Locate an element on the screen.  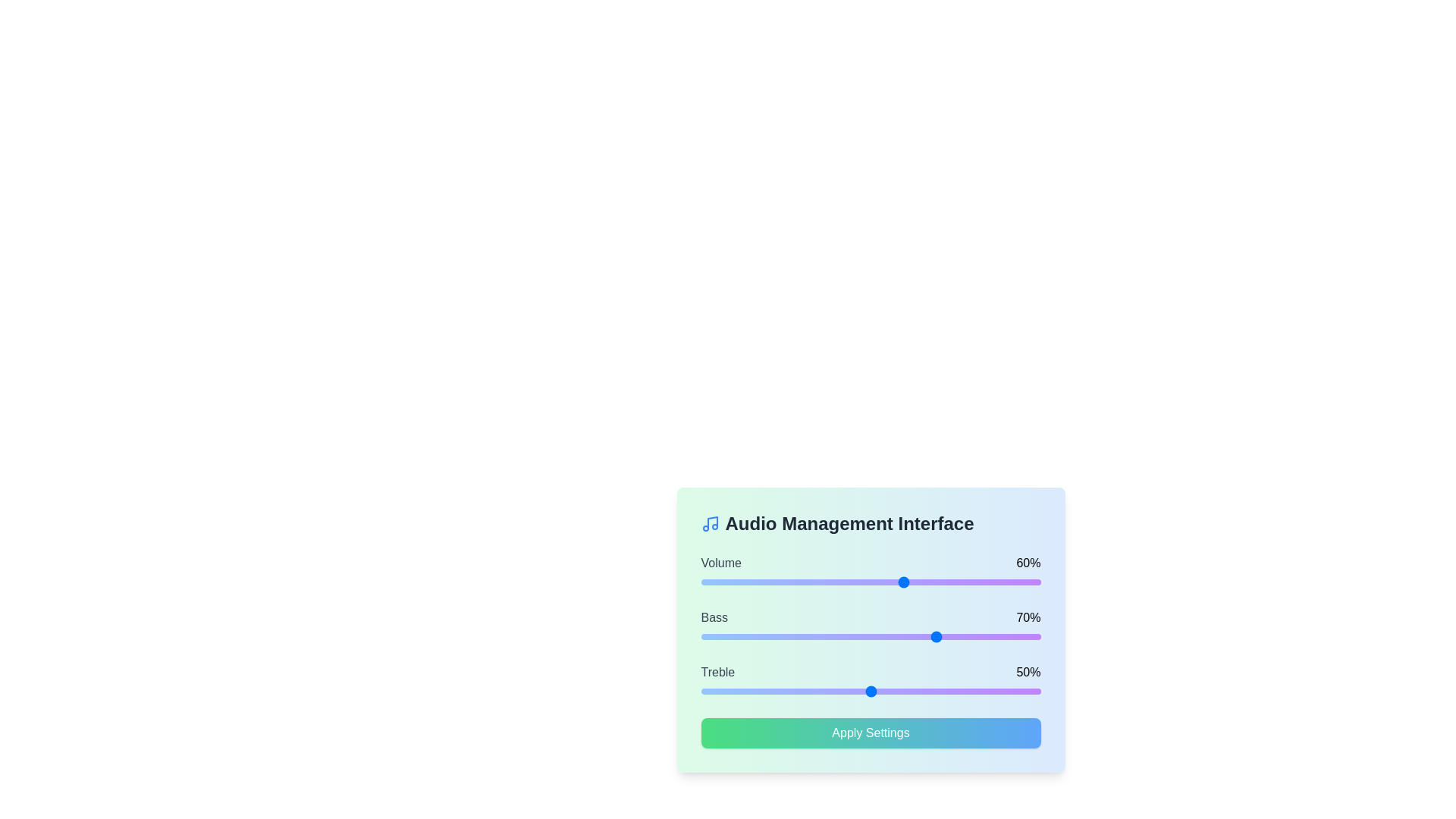
the bass level is located at coordinates (871, 637).